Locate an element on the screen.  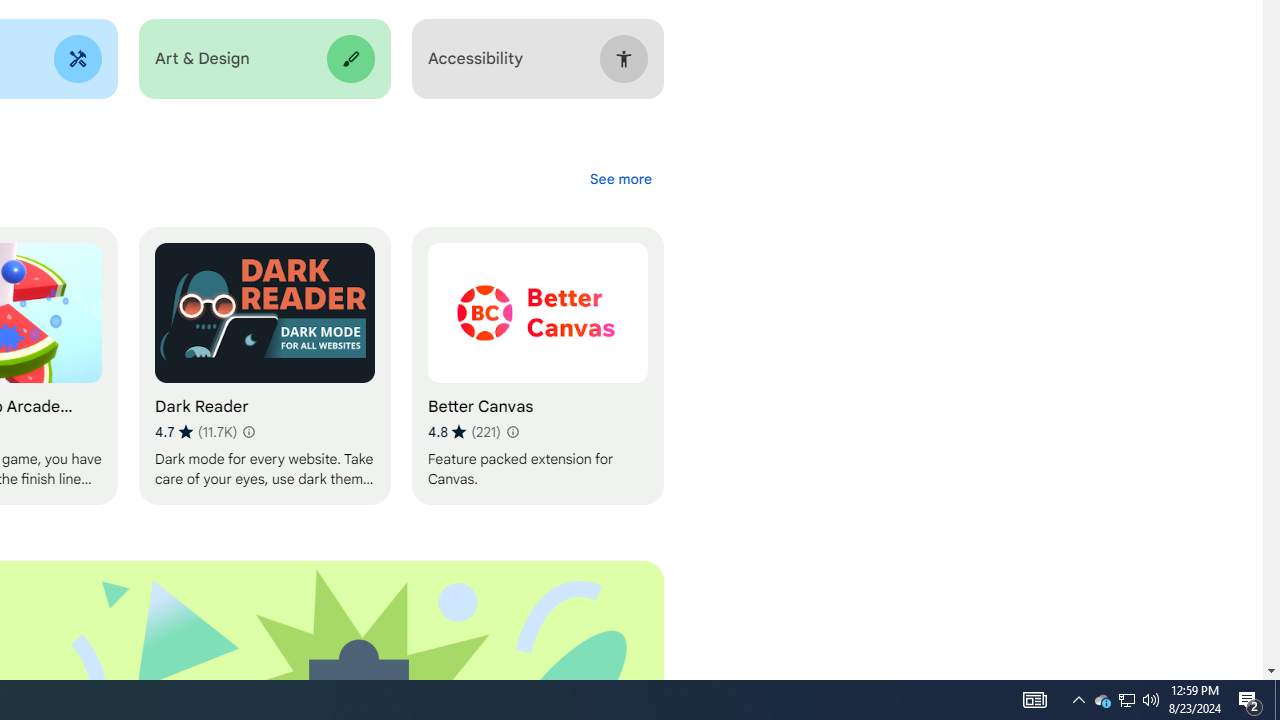
'Learn more about results and reviews "Dark Reader"' is located at coordinates (246, 431).